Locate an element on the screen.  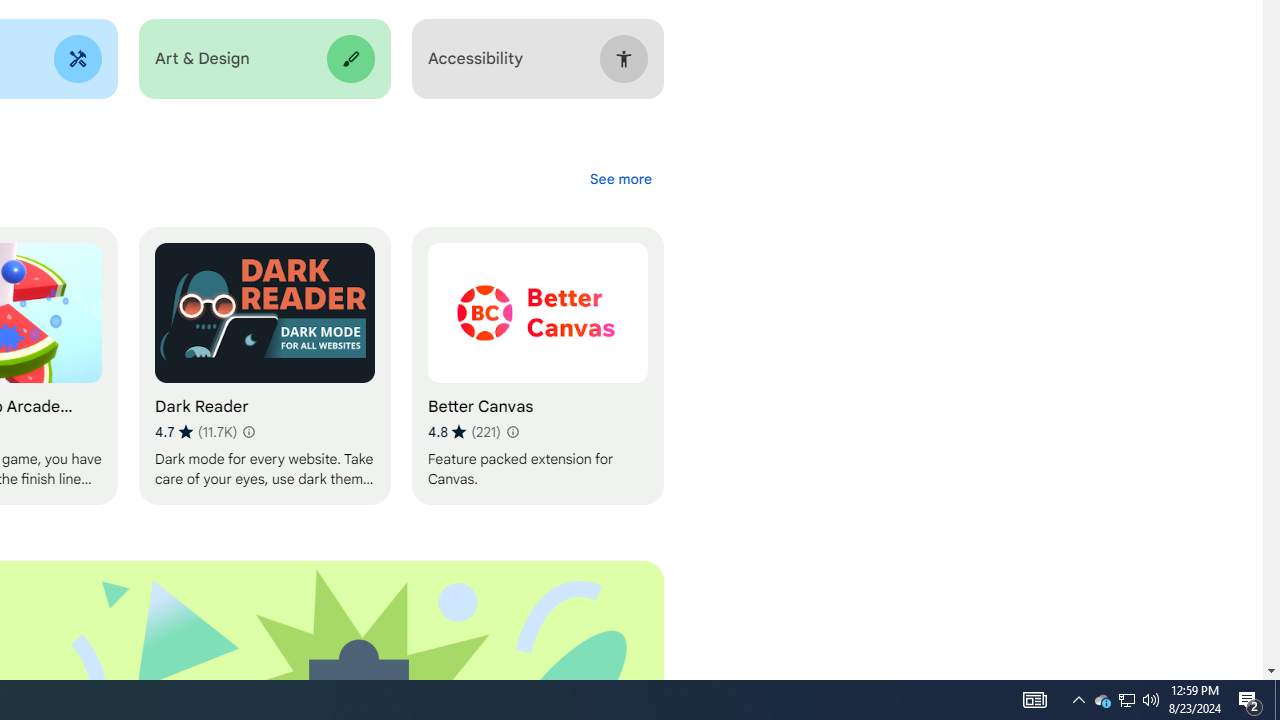
'Learn more about results and reviews "Dark Reader"' is located at coordinates (246, 431).